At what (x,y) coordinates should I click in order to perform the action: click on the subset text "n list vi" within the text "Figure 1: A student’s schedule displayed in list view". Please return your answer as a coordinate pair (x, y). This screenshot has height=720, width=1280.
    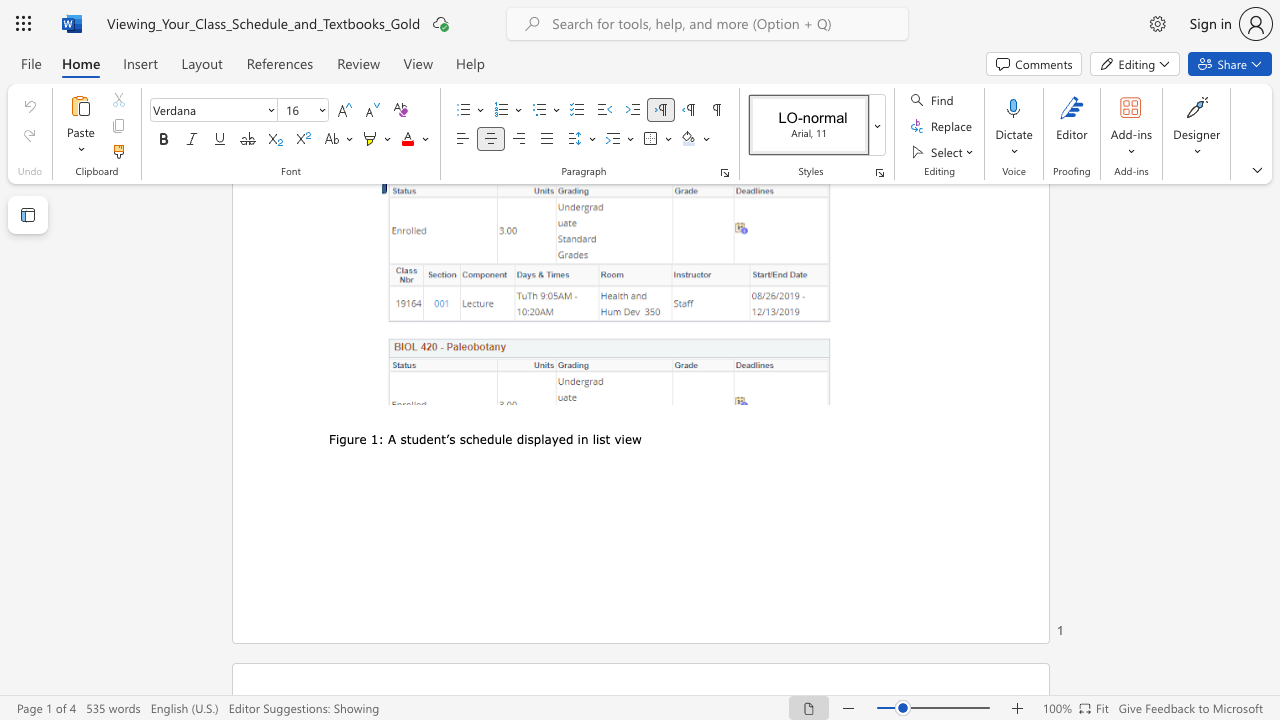
    Looking at the image, I should click on (579, 438).